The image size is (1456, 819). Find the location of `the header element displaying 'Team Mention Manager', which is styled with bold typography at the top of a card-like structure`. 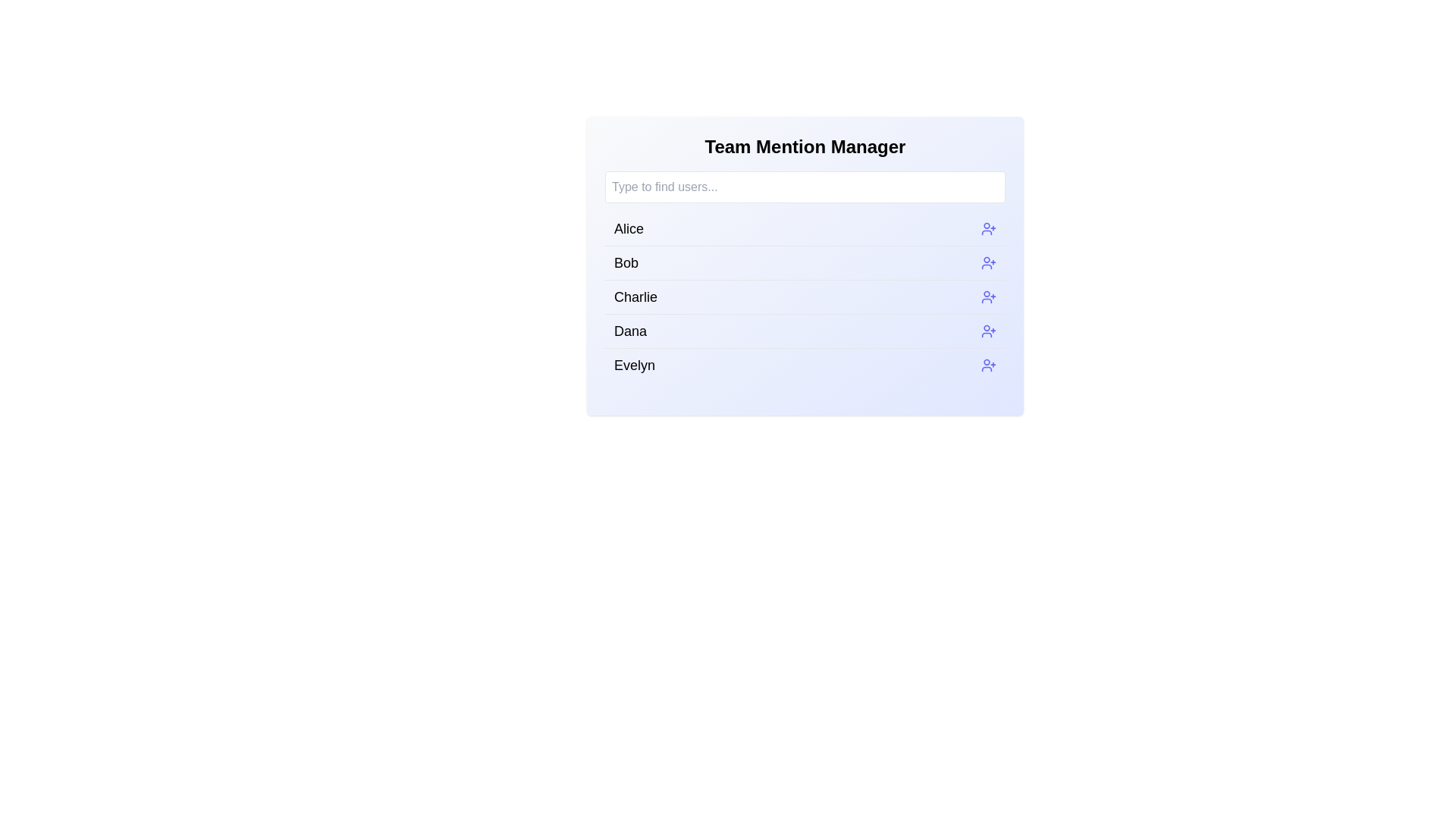

the header element displaying 'Team Mention Manager', which is styled with bold typography at the top of a card-like structure is located at coordinates (804, 146).